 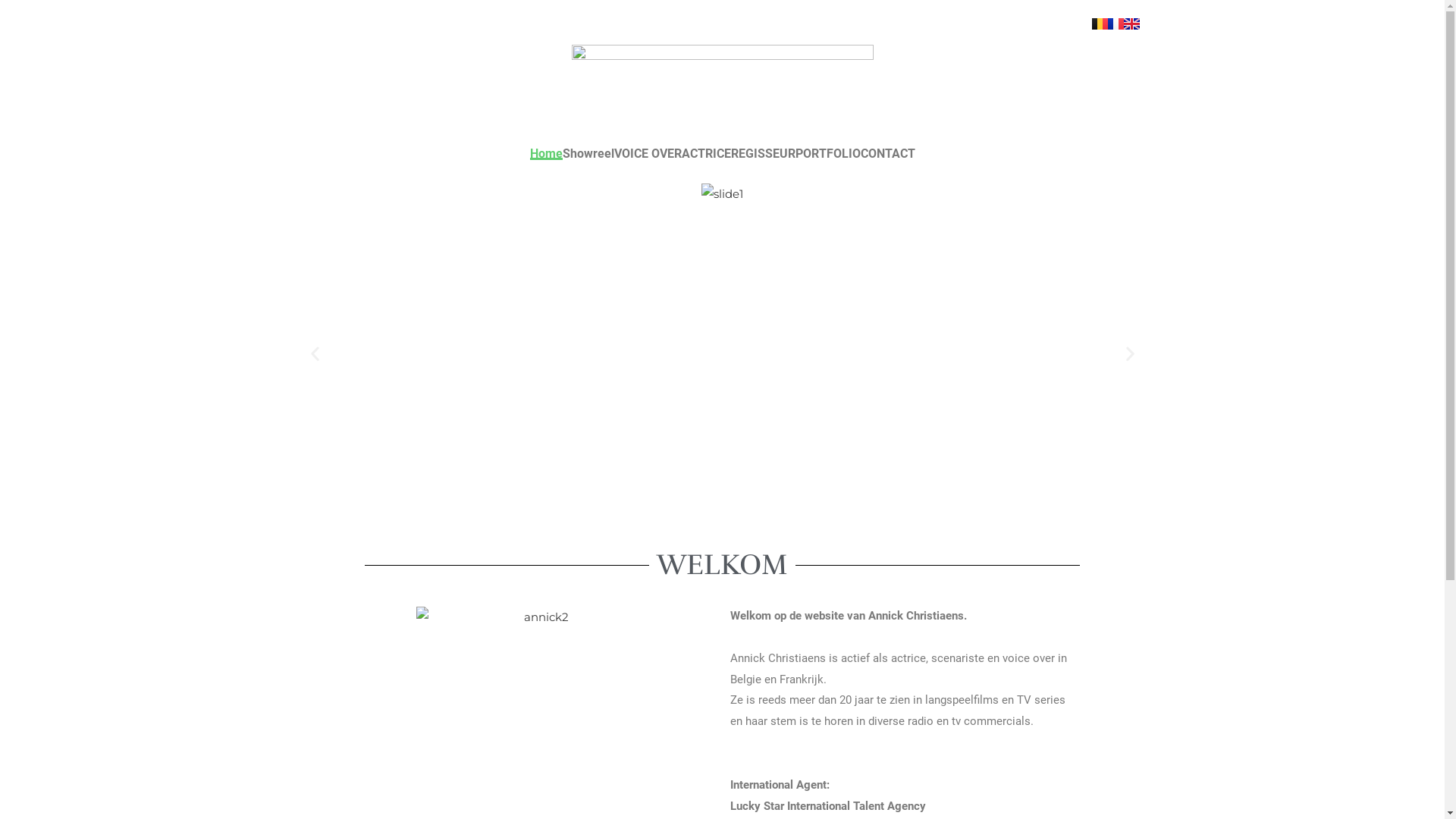 What do you see at coordinates (763, 154) in the screenshot?
I see `'REGISSEUR'` at bounding box center [763, 154].